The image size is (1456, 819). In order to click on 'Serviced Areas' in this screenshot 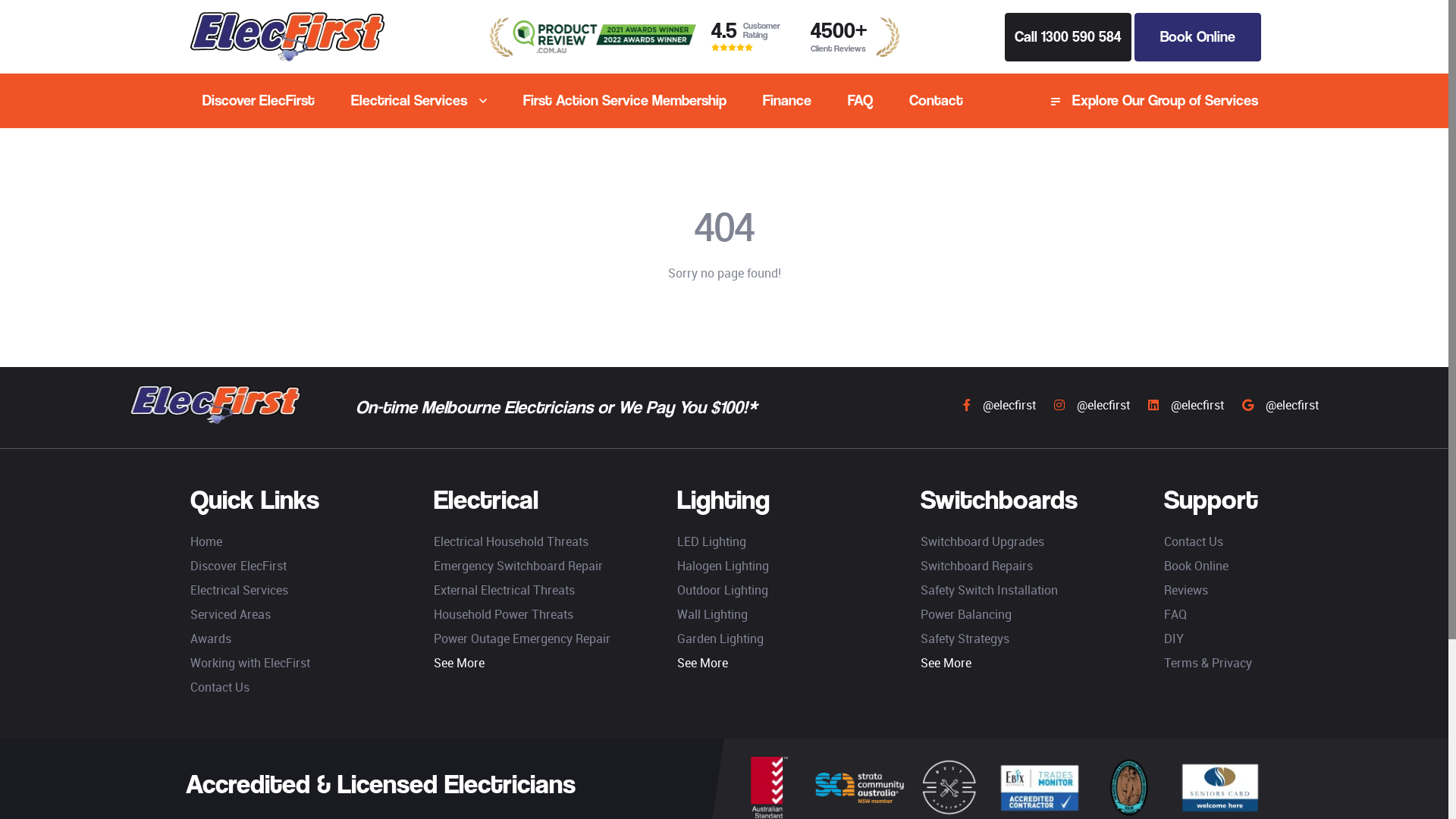, I will do `click(229, 614)`.